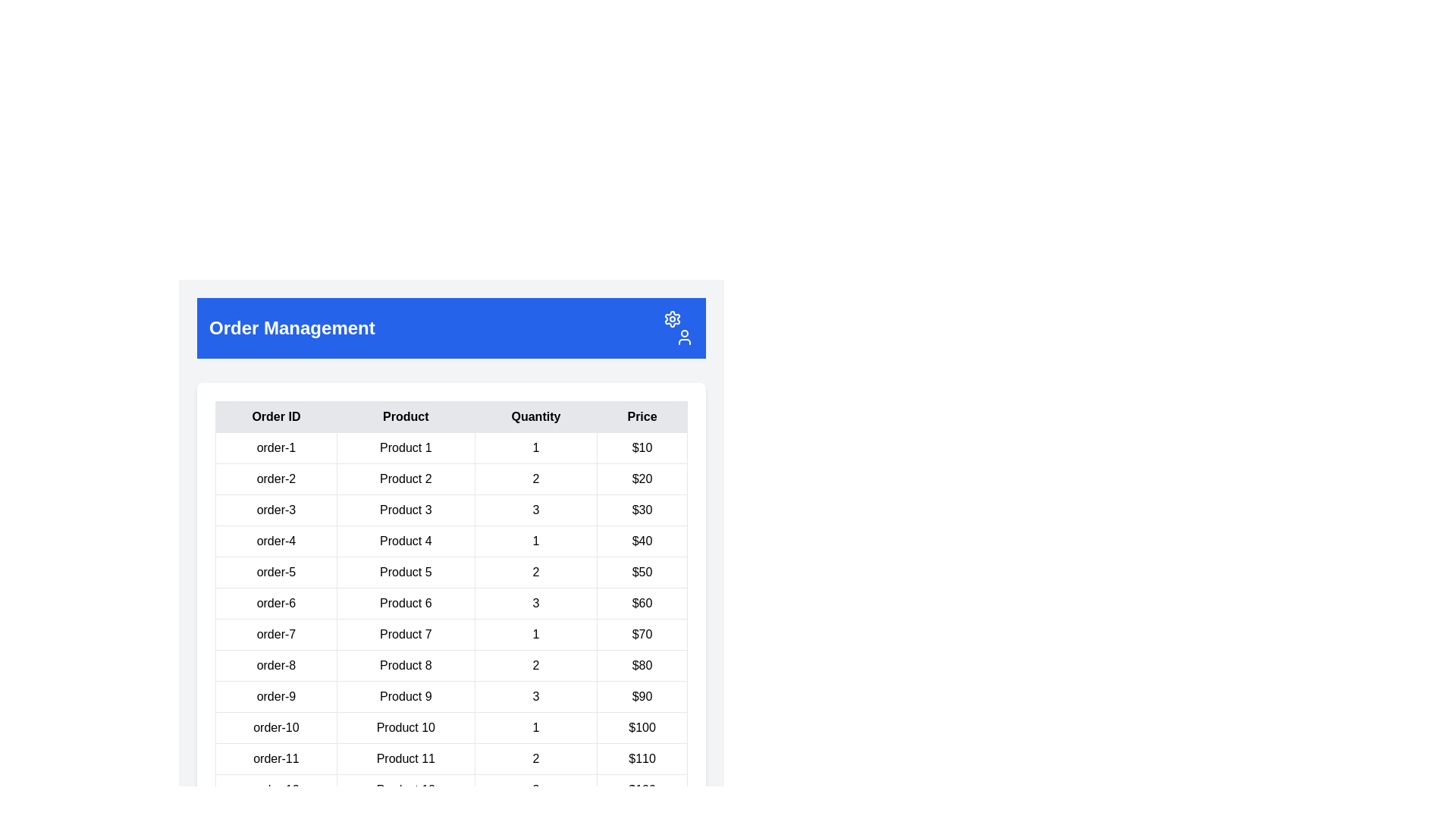  I want to click on the 10th data row, so click(450, 727).